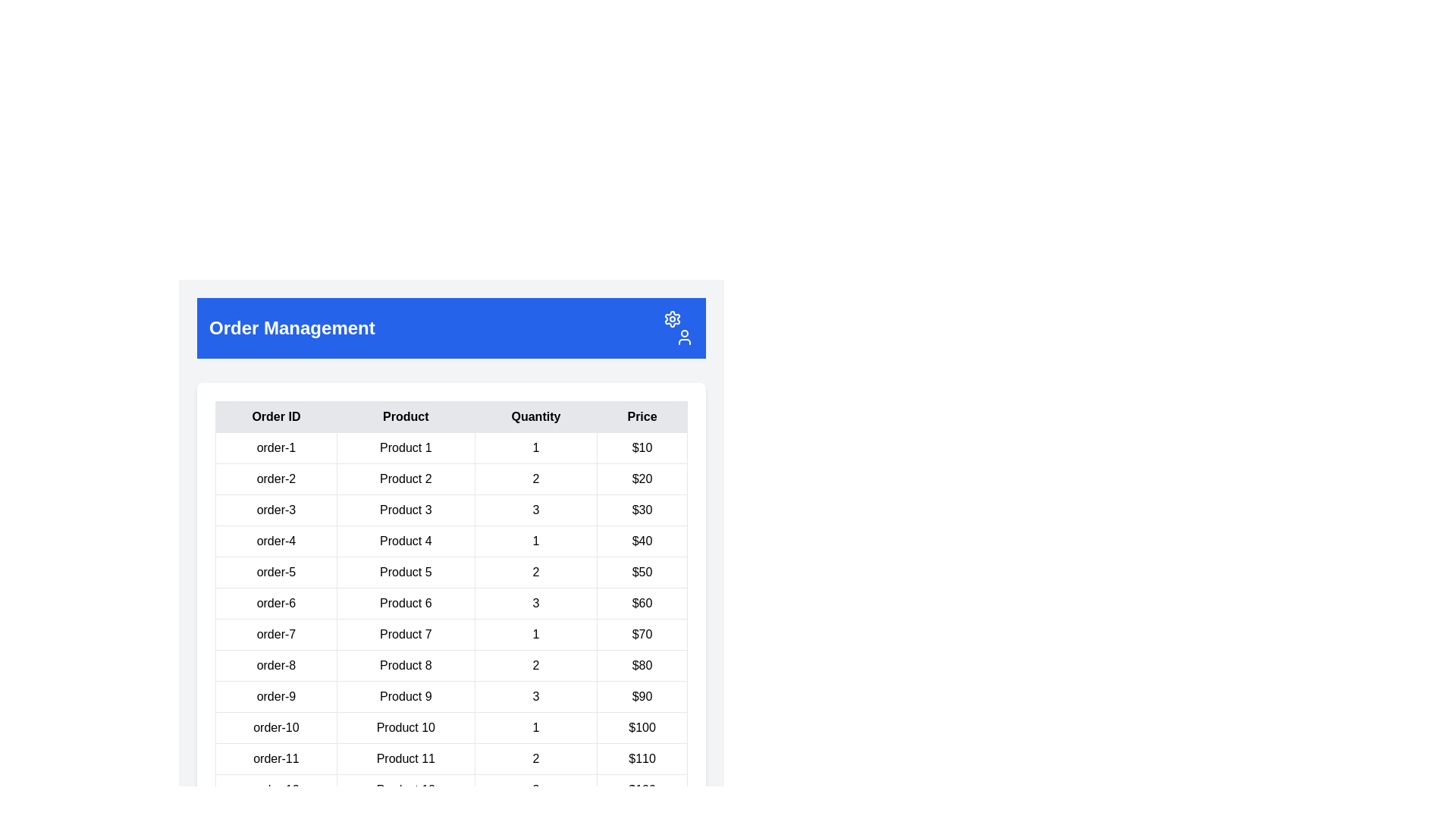  I want to click on the 10th data row, so click(450, 727).